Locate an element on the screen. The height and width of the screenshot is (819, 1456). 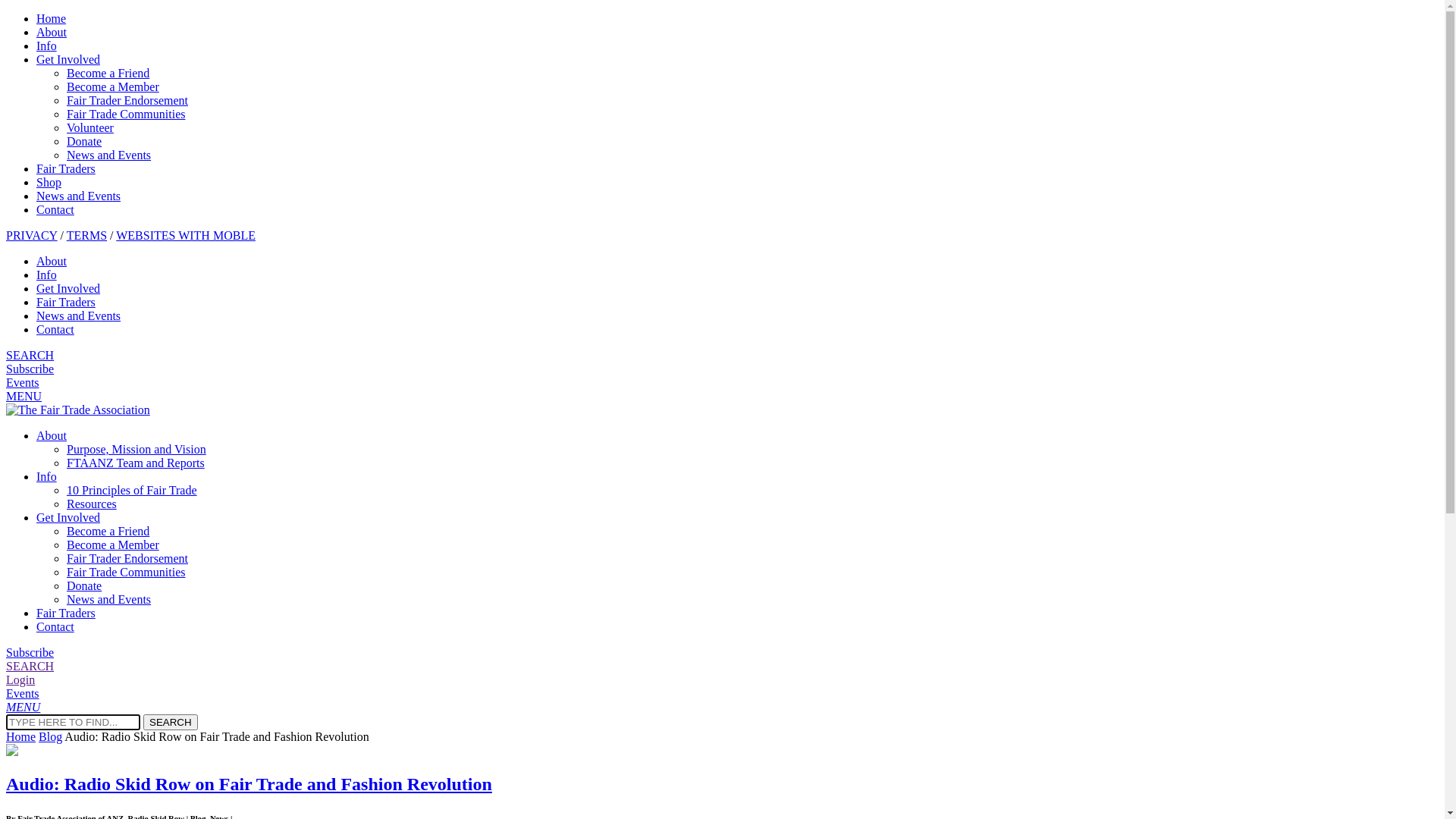
'Fair Trader Endorsement' is located at coordinates (127, 558).